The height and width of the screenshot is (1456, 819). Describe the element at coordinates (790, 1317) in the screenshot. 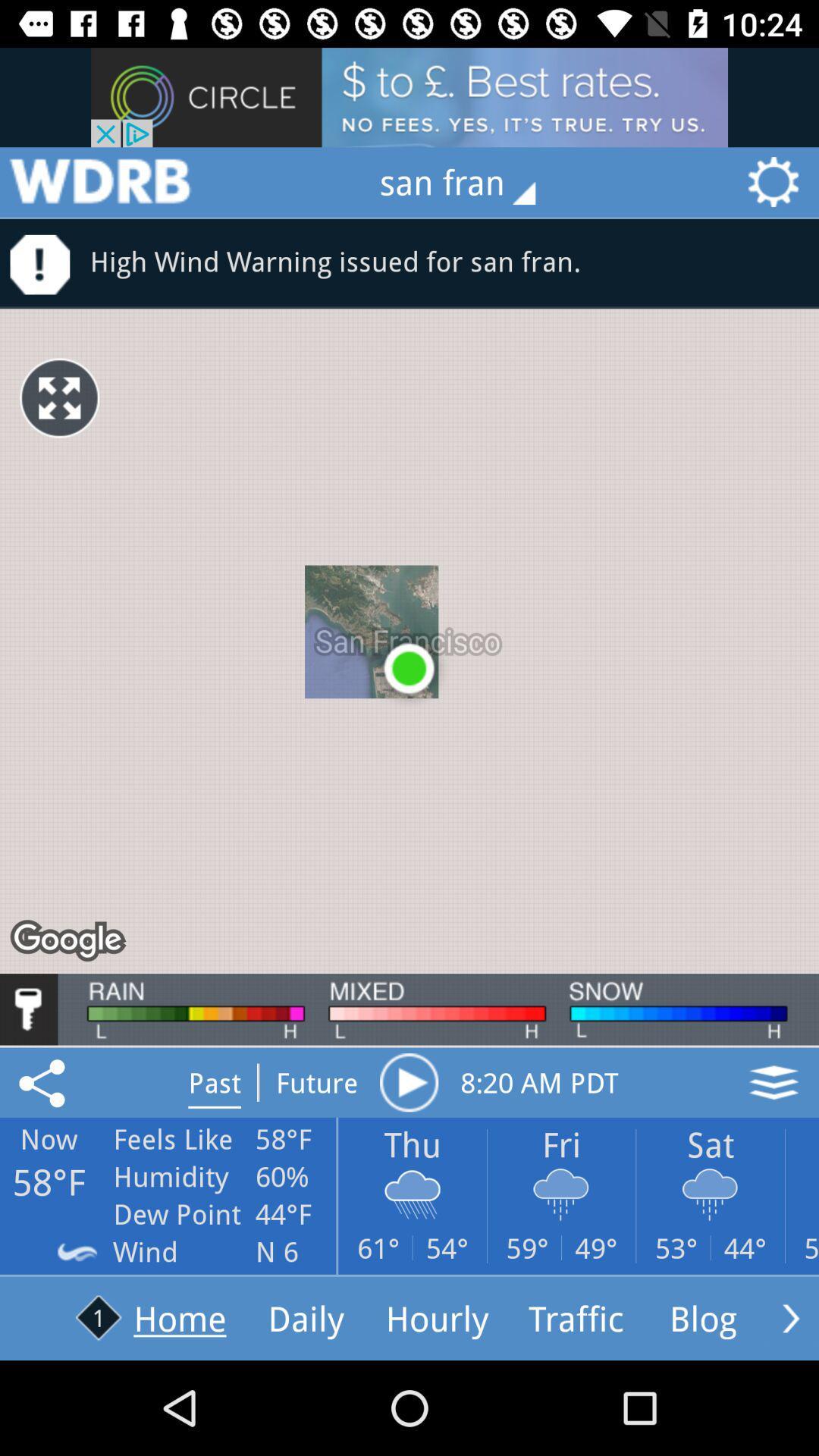

I see `the arrow_forward icon` at that location.